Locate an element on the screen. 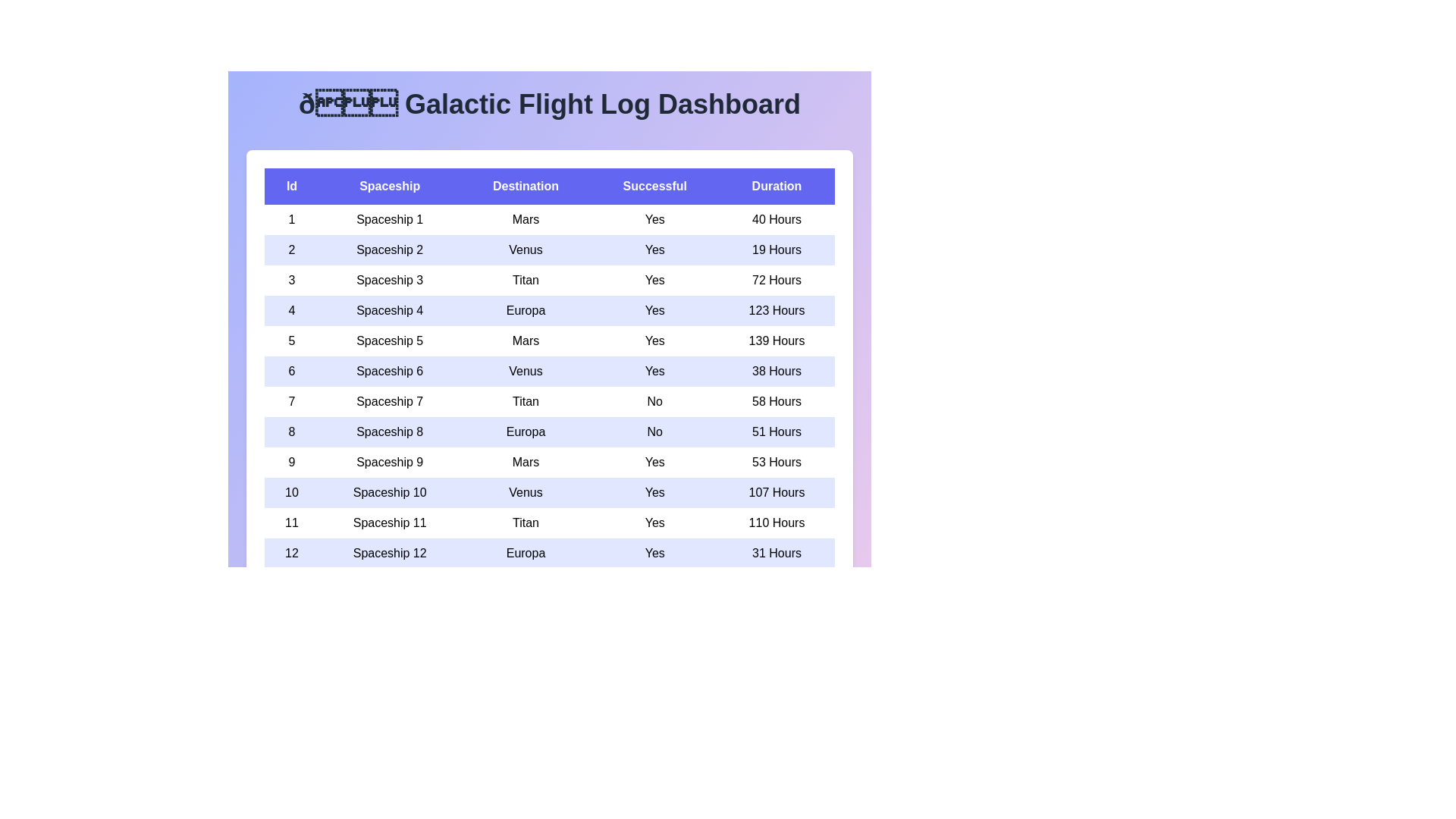 Image resolution: width=1456 pixels, height=819 pixels. the column header labeled Spaceship to sort the rows based on that column is located at coordinates (390, 186).